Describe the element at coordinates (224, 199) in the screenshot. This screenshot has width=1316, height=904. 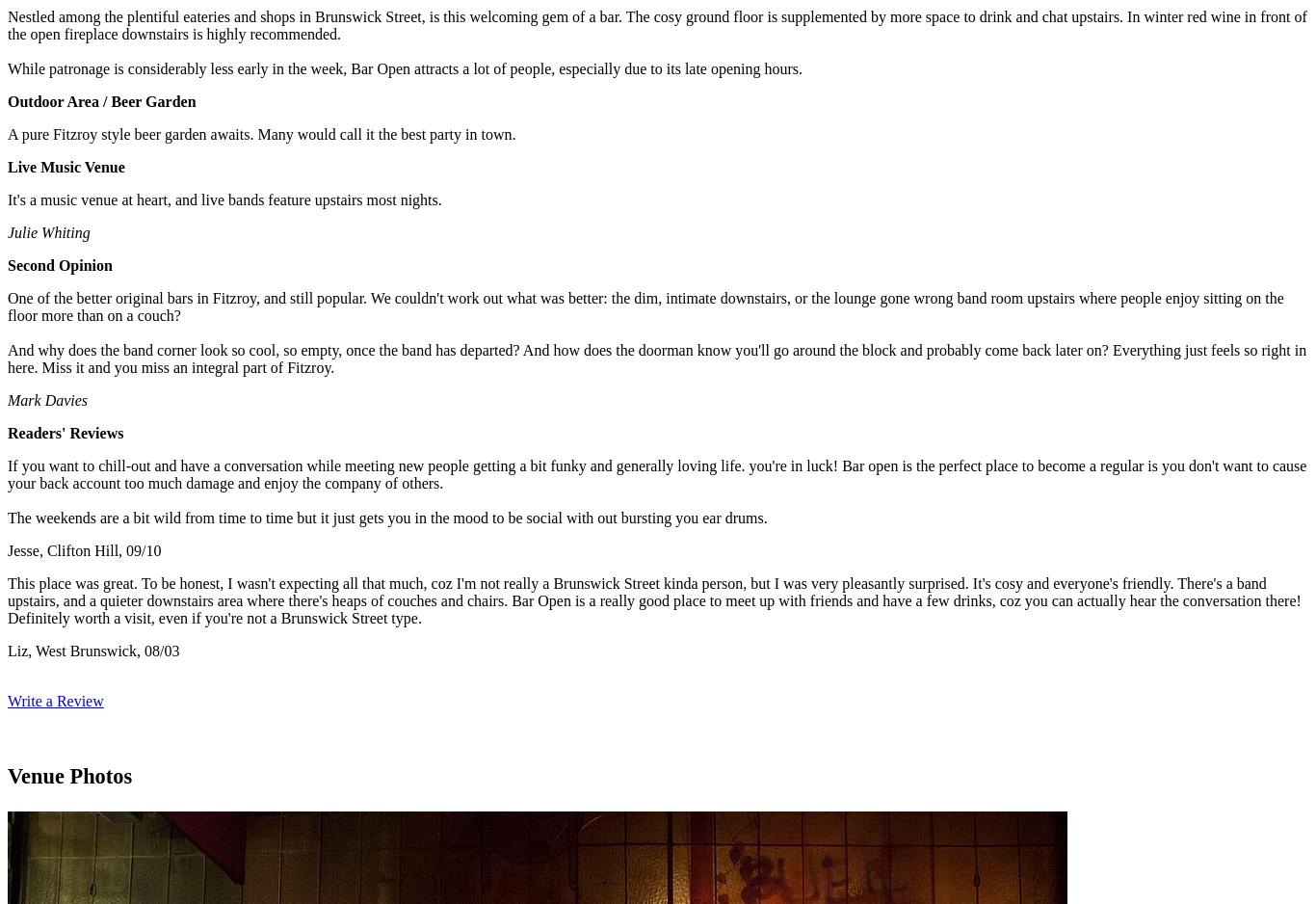
I see `'It's a music venue at heart, and live bands feature upstairs most nights.'` at that location.